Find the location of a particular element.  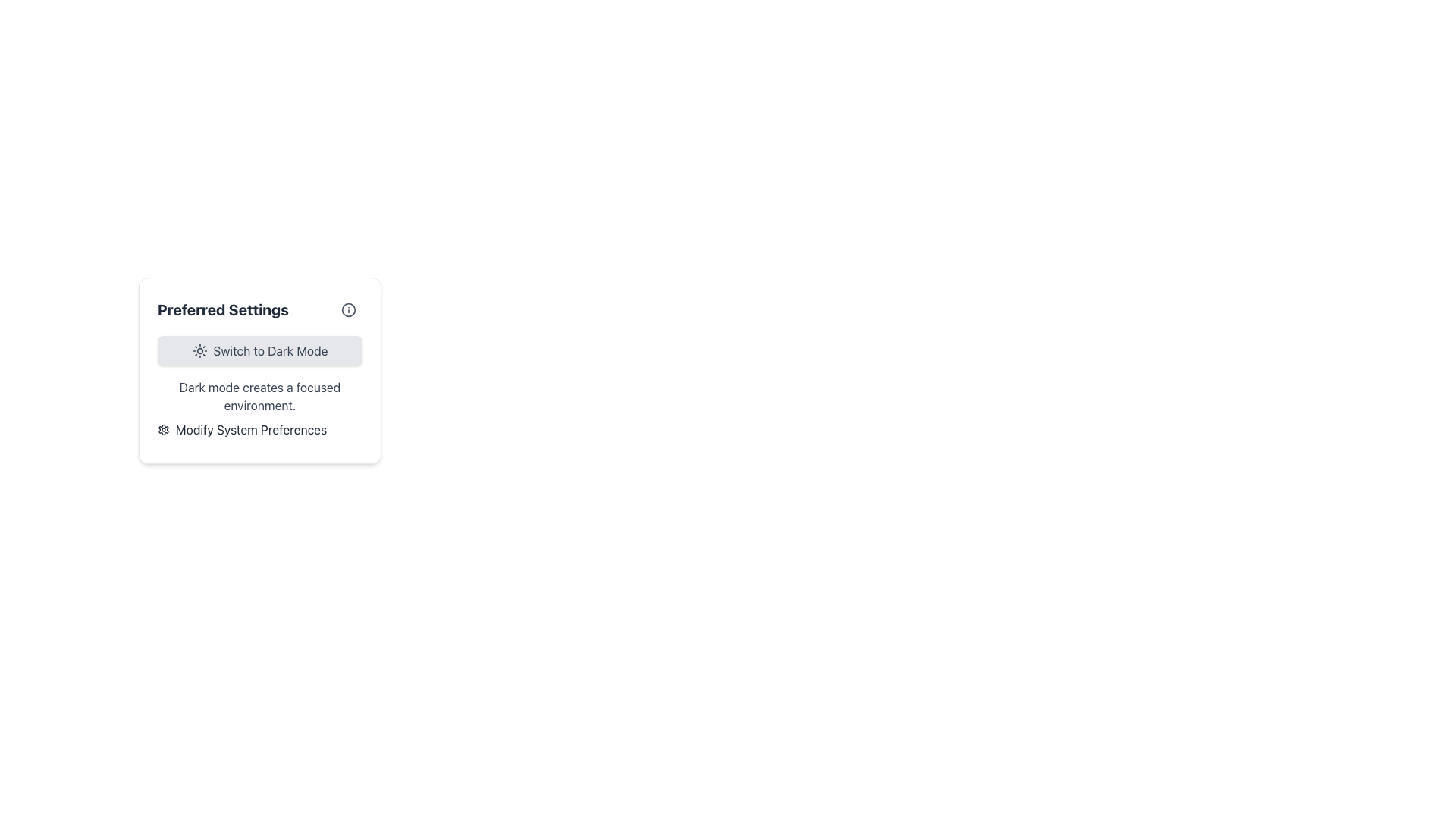

the sun icon that represents brightness or light mode, located to the left of the 'Switch to Dark Mode' text in a light gray button within the 'Preferred Settings' card is located at coordinates (199, 350).